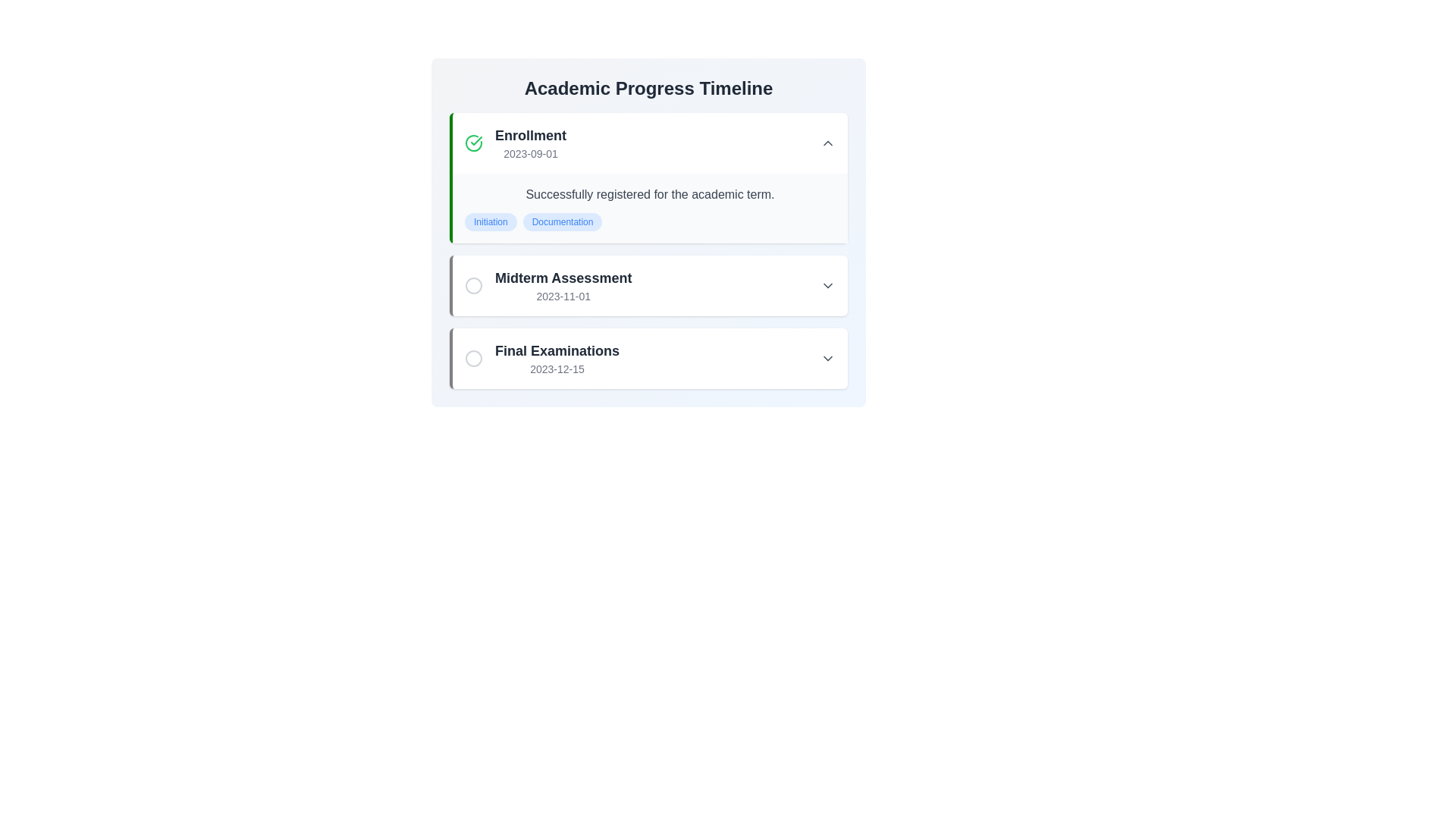  Describe the element at coordinates (827, 286) in the screenshot. I see `the downward chevron icon located within the gray rectangular section labeled 'Midterm Assessment 2023-11-01'` at that location.